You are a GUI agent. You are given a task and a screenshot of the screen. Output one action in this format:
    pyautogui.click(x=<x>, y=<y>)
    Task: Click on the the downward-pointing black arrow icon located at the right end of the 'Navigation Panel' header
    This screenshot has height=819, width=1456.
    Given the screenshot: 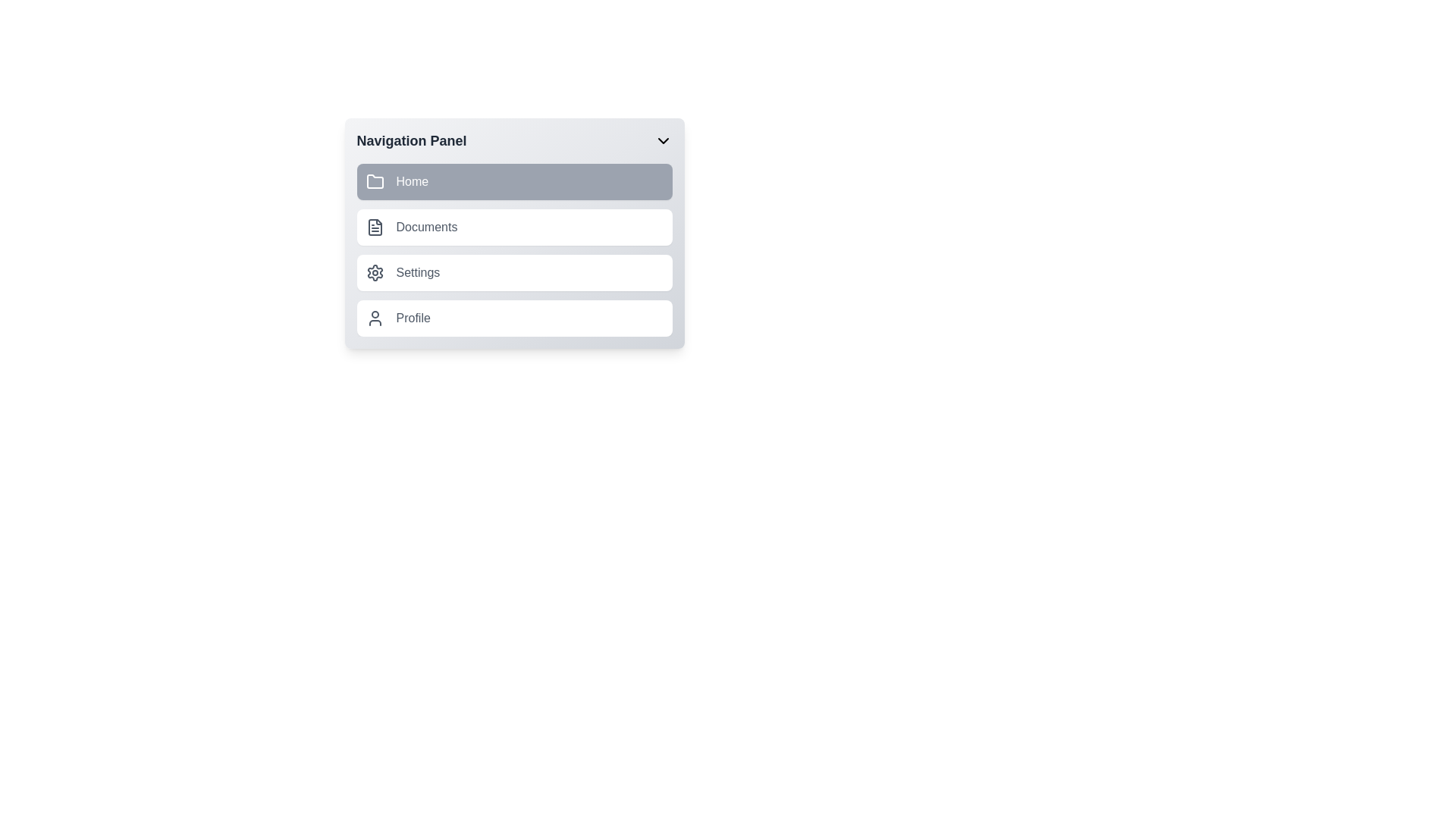 What is the action you would take?
    pyautogui.click(x=663, y=140)
    